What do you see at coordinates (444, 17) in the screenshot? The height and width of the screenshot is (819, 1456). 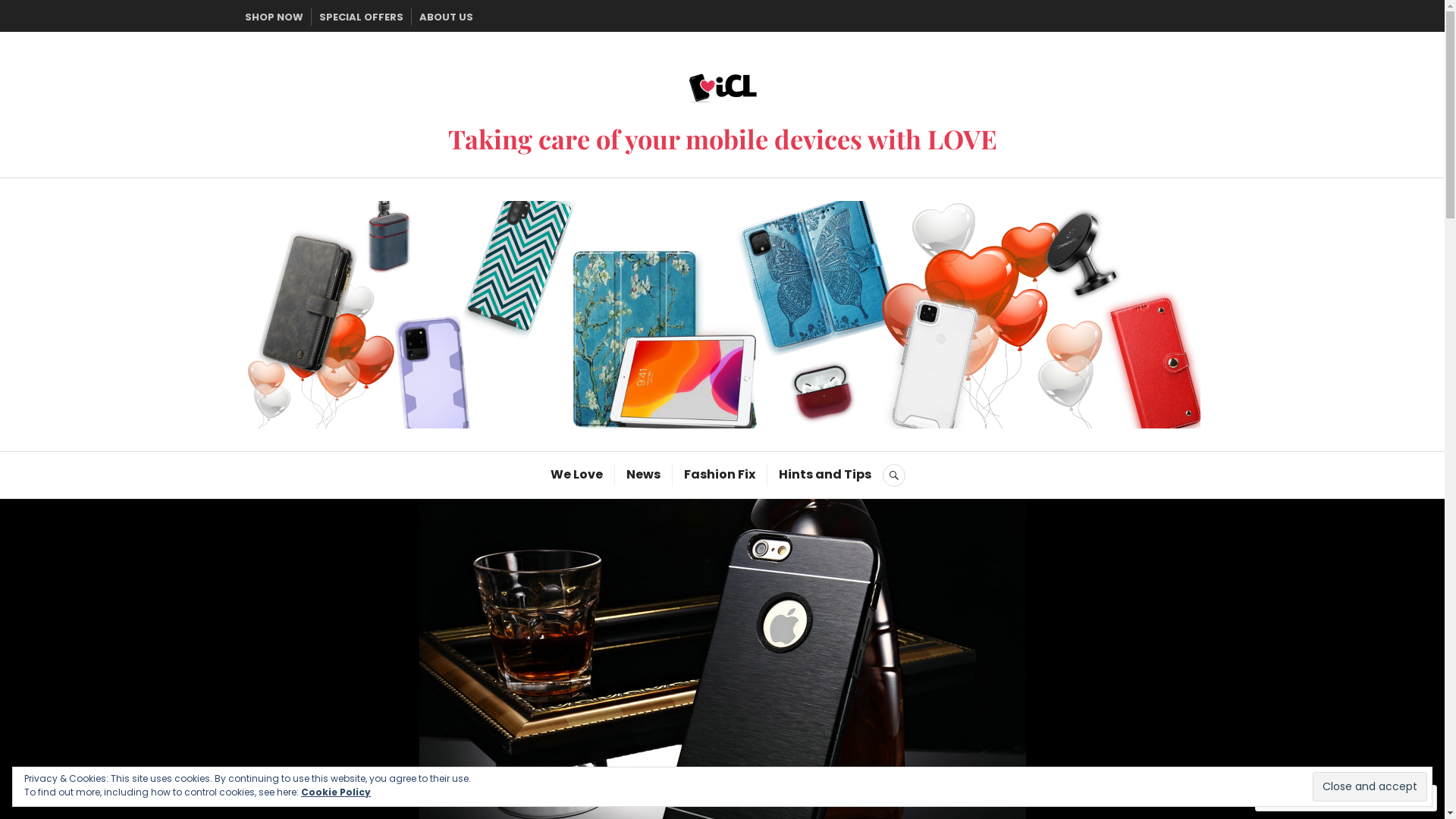 I see `'ABOUT US'` at bounding box center [444, 17].